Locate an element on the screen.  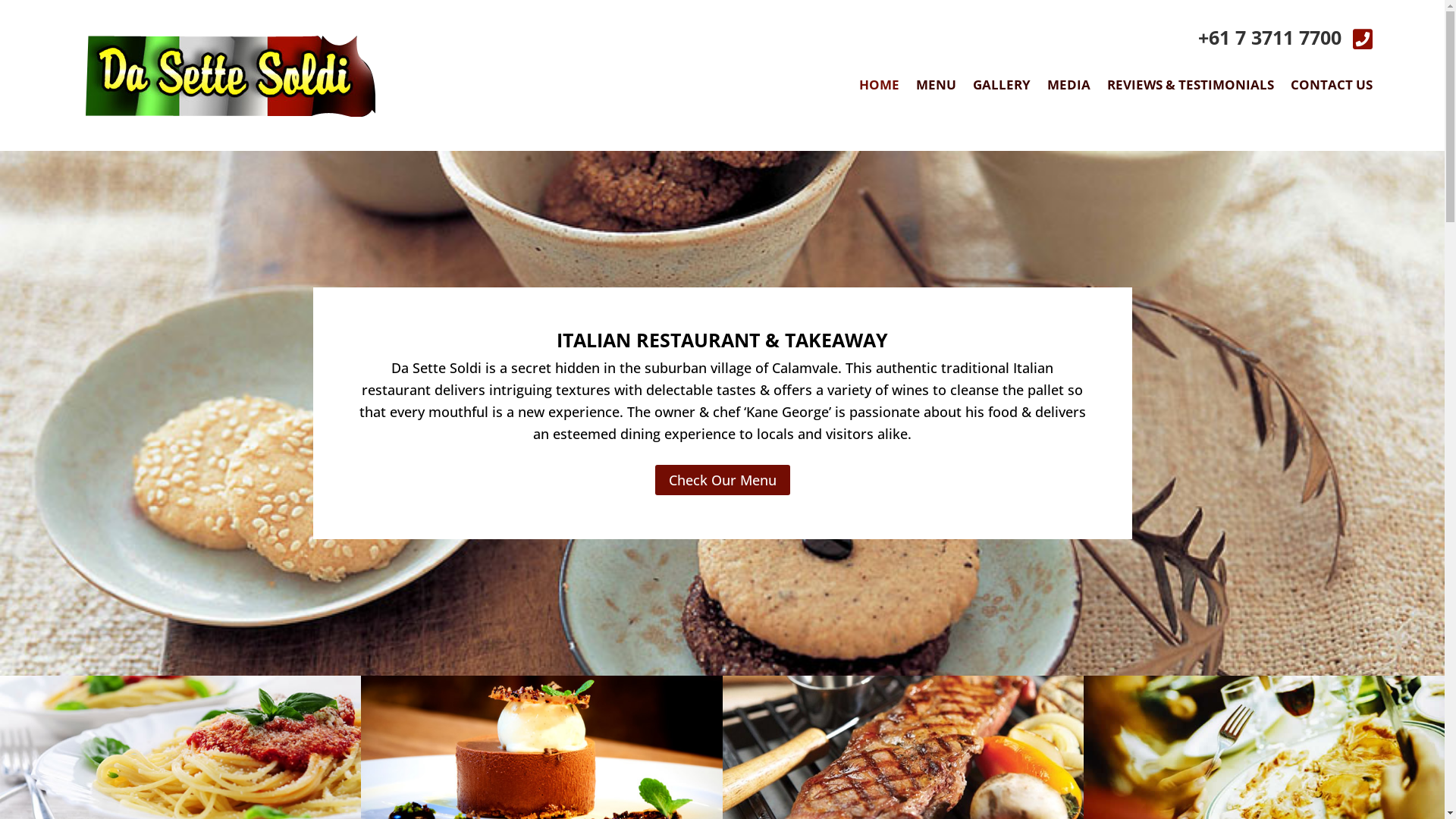
'MENU' is located at coordinates (935, 87).